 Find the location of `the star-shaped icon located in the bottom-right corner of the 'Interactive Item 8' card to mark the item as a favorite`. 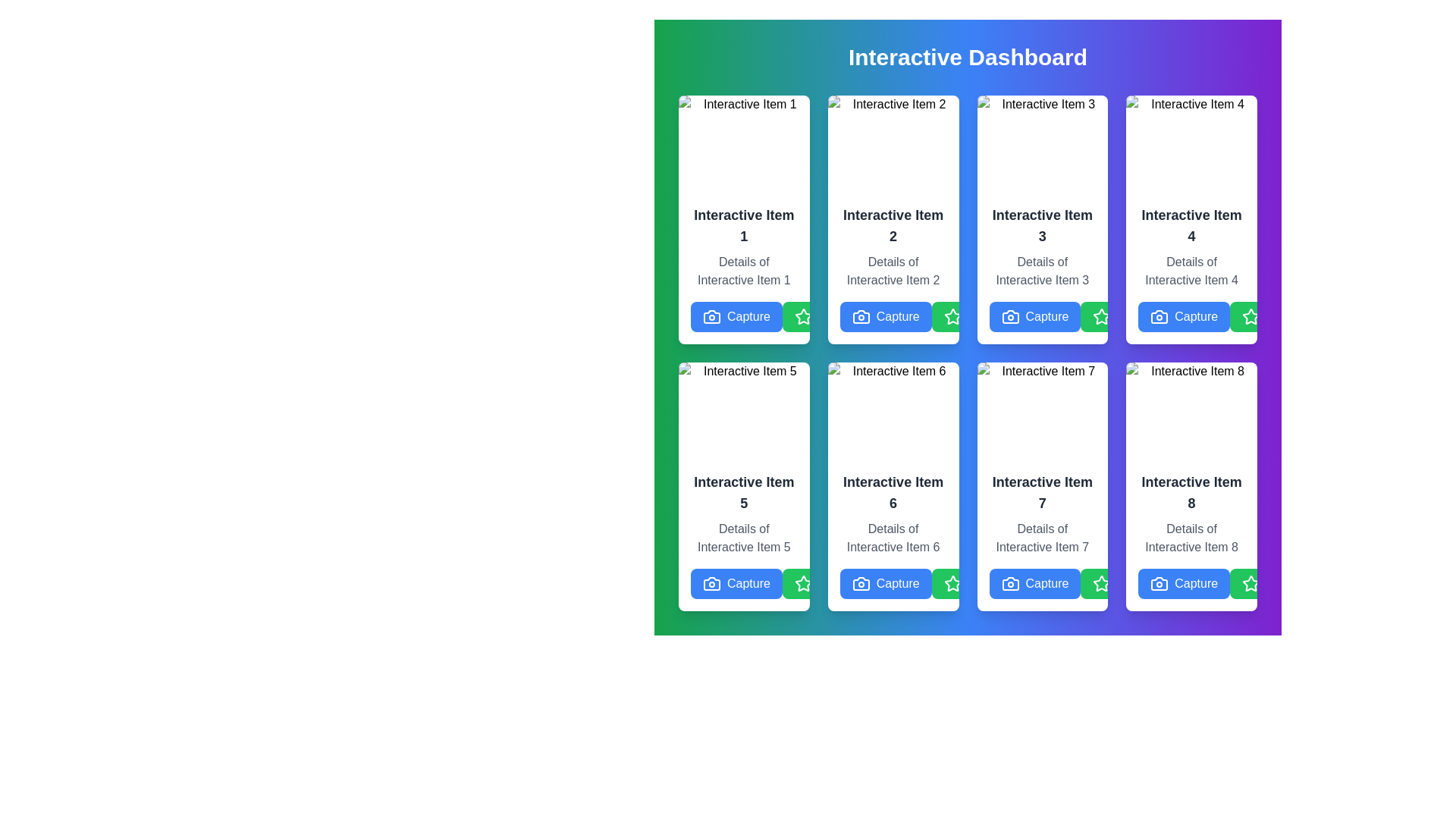

the star-shaped icon located in the bottom-right corner of the 'Interactive Item 8' card to mark the item as a favorite is located at coordinates (1251, 582).